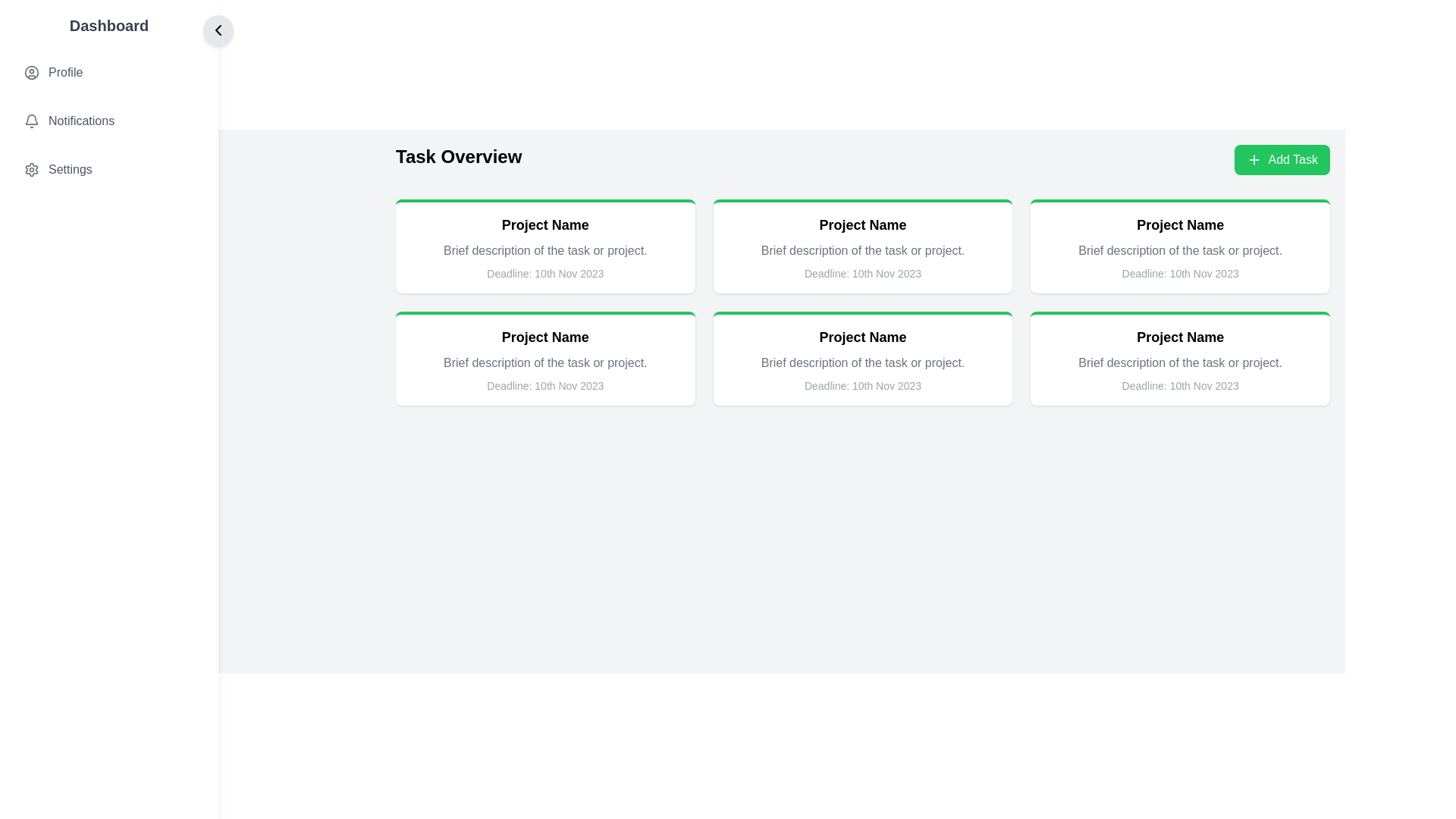  I want to click on the 'Settings' text label, which is styled in a gray font and located in the vertical menu on the left side of the interface, so click(69, 169).